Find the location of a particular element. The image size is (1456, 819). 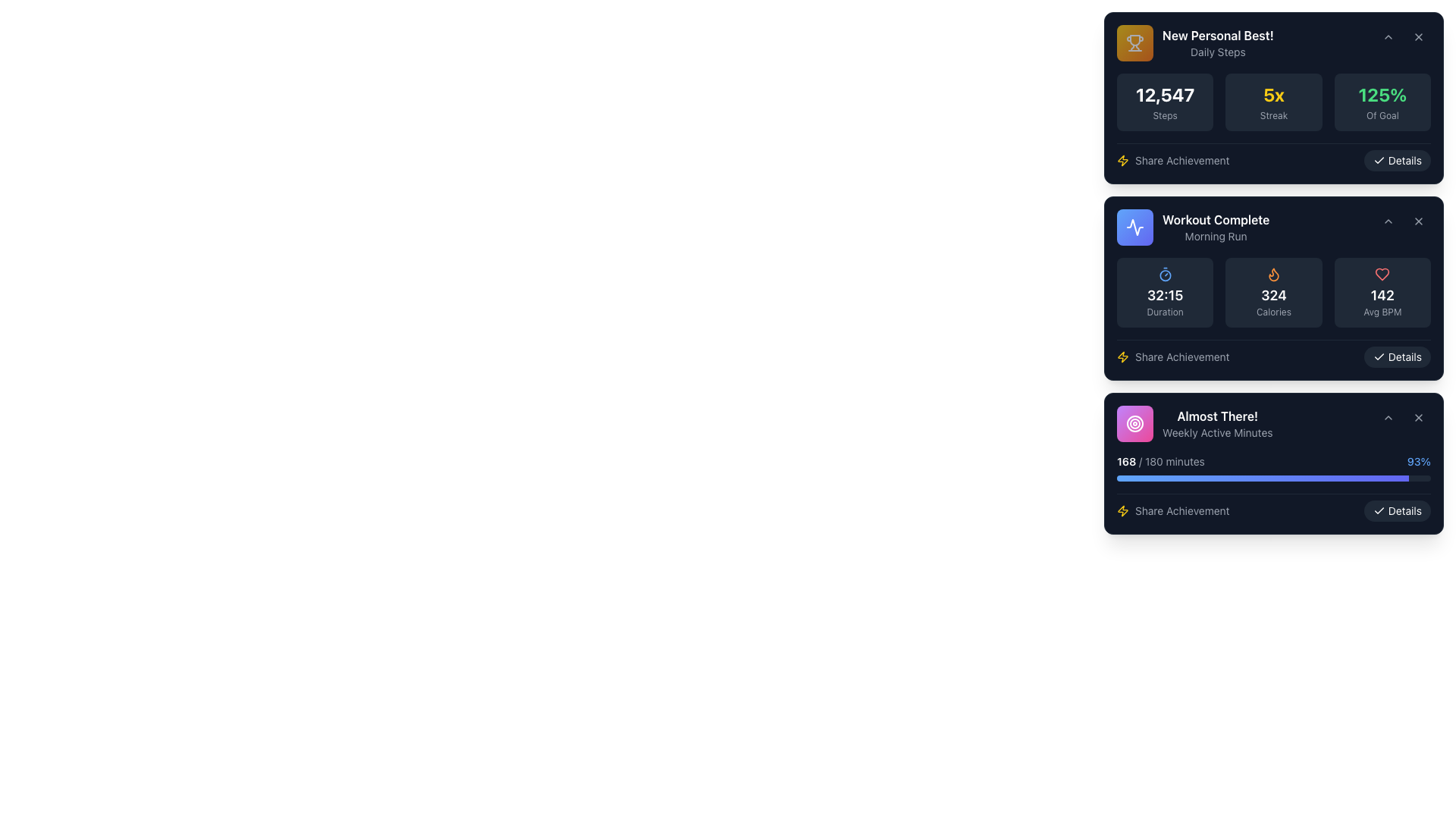

the text label displaying 'New Personal Best!' which is prominently positioned in the upper-left corner of its enclosing rectangular card element is located at coordinates (1218, 34).